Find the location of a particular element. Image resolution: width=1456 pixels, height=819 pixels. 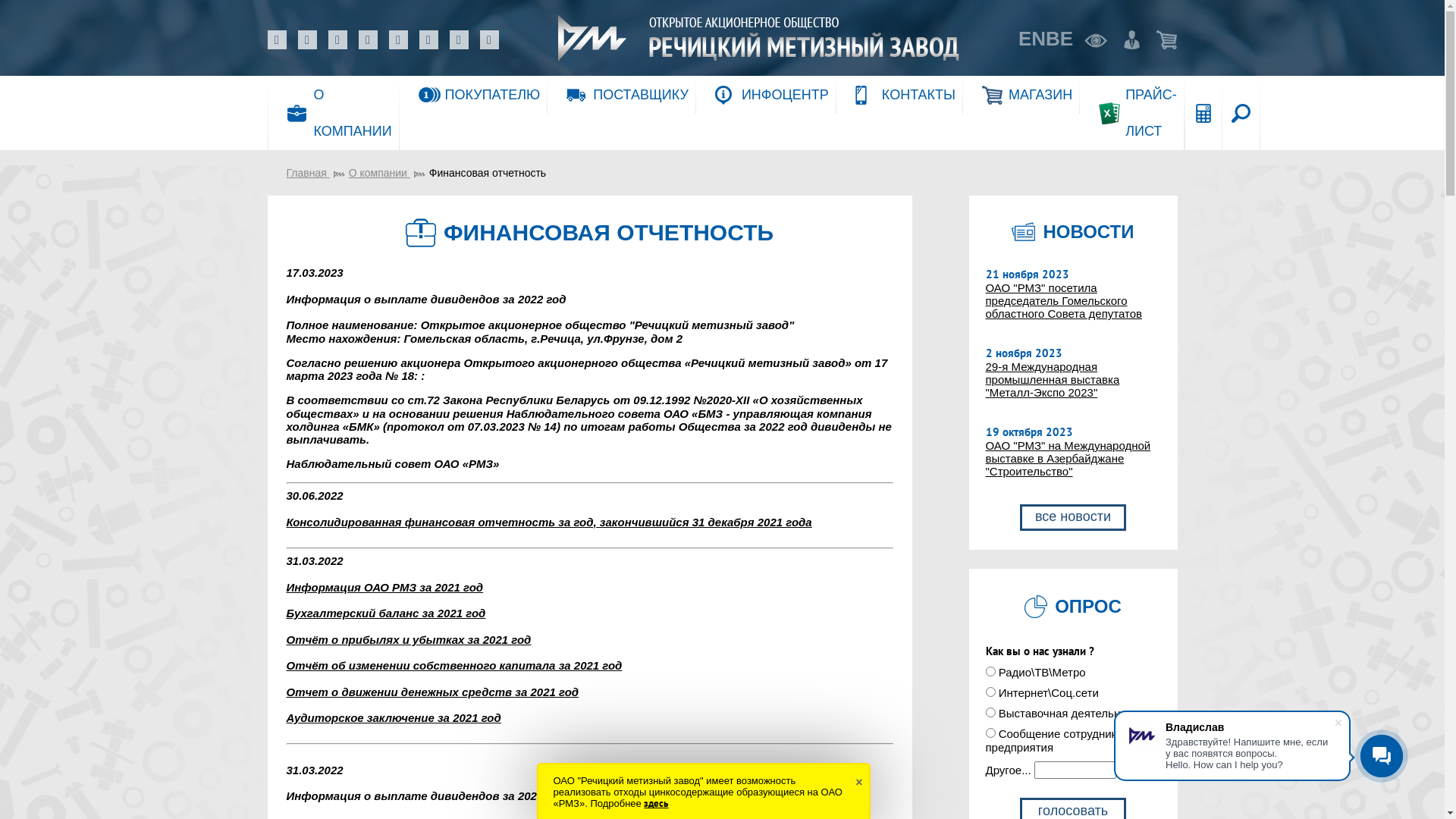

'Instagram' is located at coordinates (367, 39).